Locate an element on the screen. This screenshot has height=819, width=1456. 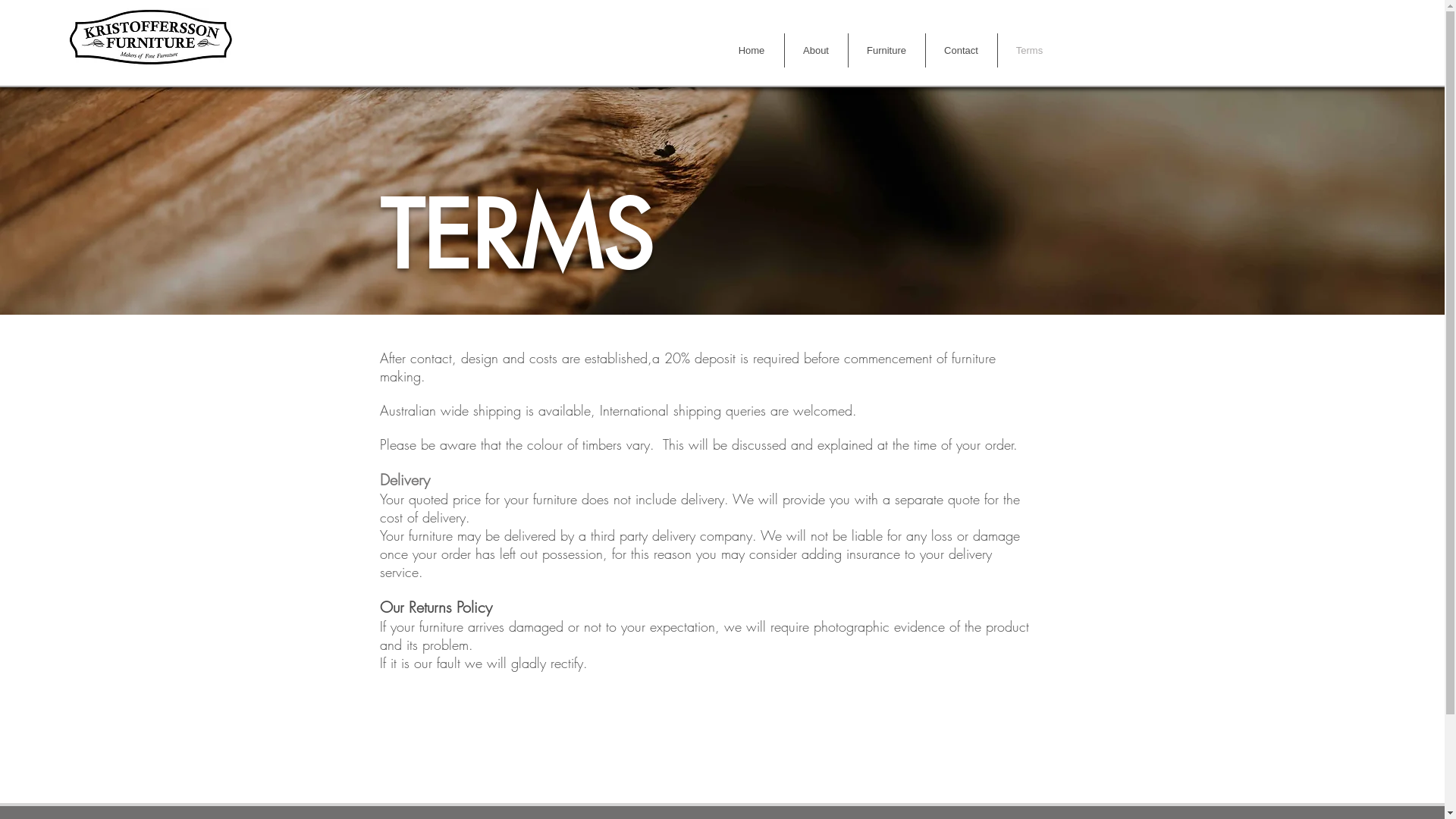
'Home' is located at coordinates (718, 49).